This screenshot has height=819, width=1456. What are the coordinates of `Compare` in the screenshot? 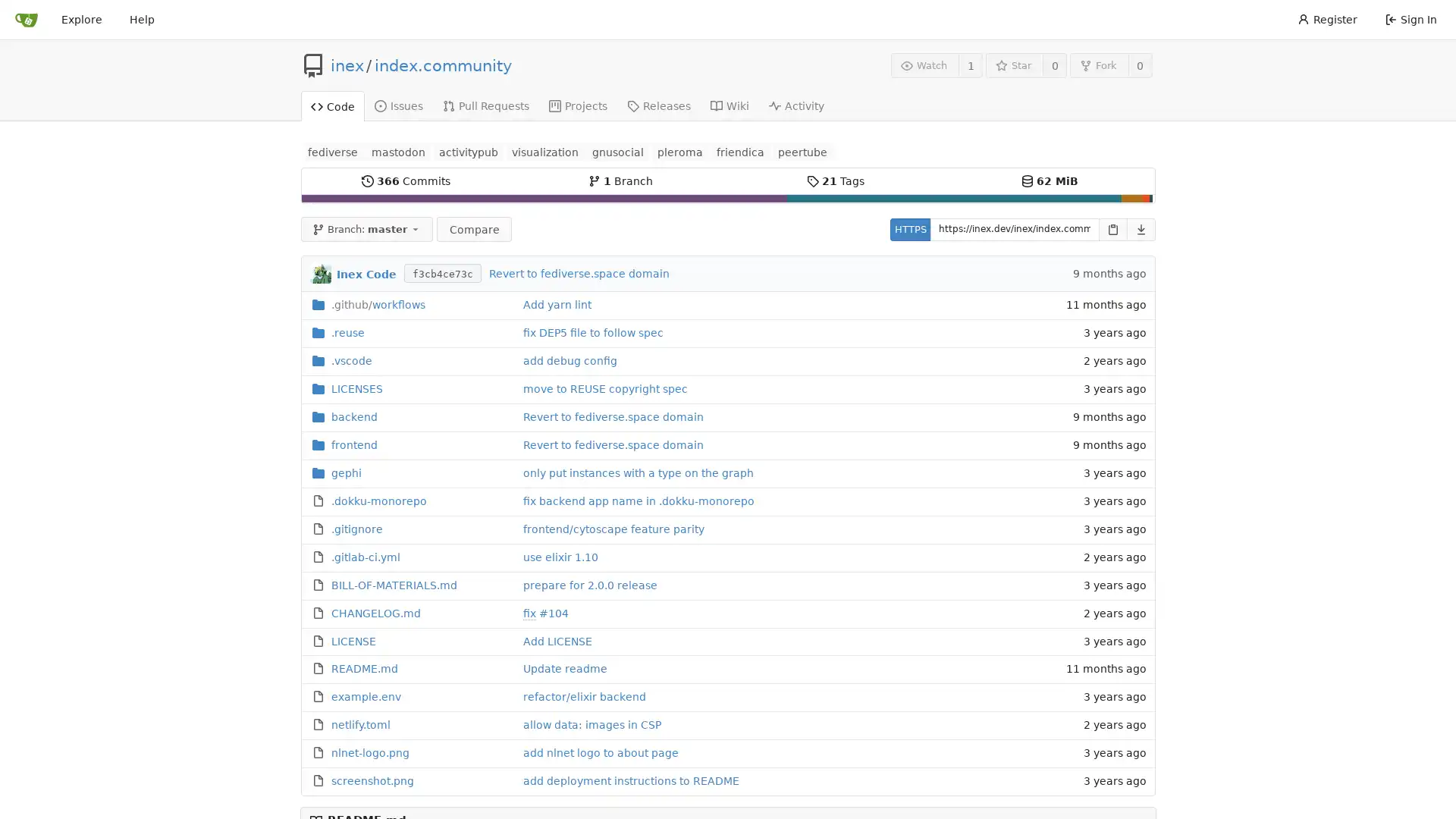 It's located at (472, 228).